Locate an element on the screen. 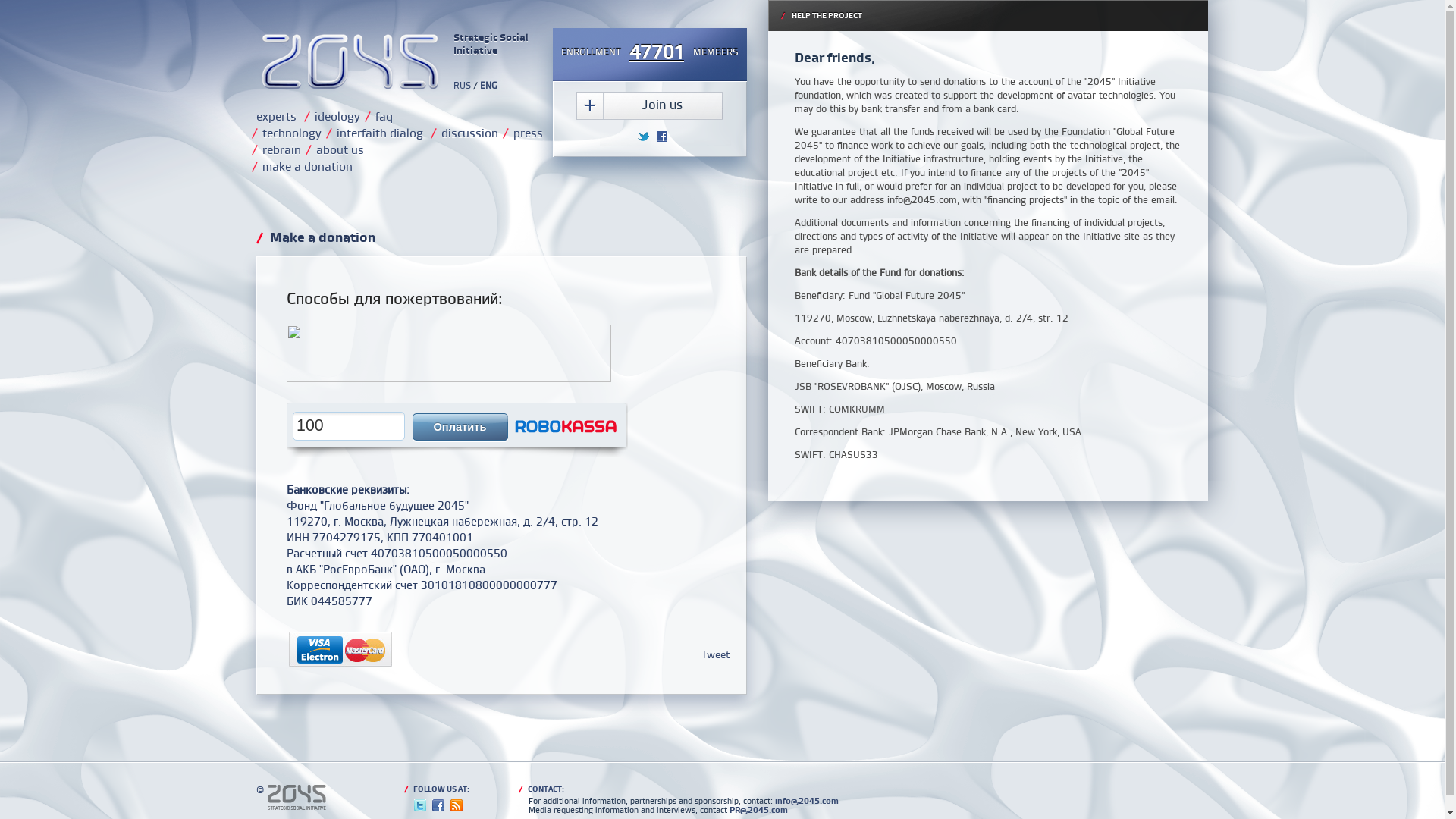  'ideology' is located at coordinates (336, 115).